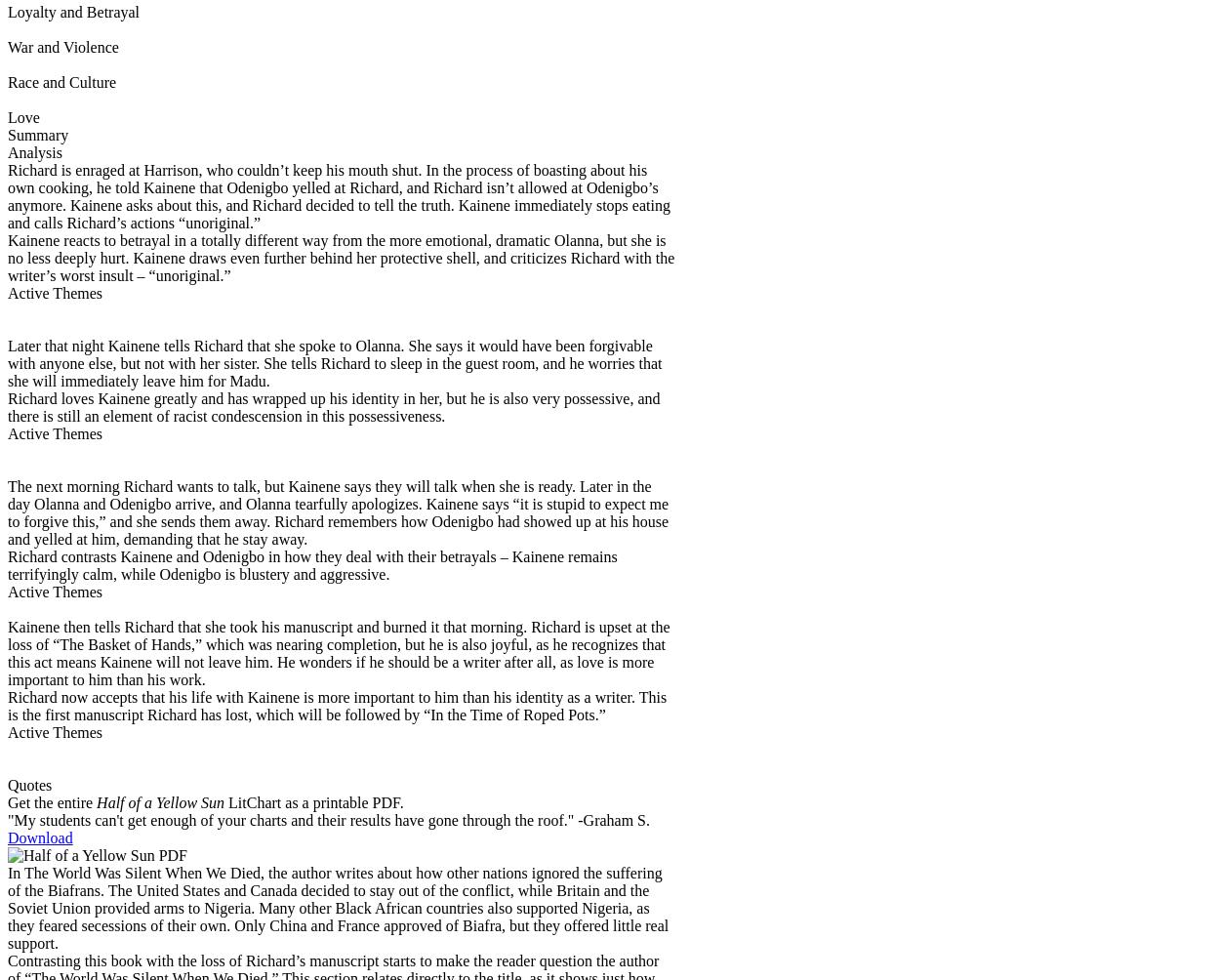 This screenshot has height=980, width=1218. I want to click on '"My students can't get enough of your charts and their results have gone through the roof." -Graham S.', so click(328, 819).